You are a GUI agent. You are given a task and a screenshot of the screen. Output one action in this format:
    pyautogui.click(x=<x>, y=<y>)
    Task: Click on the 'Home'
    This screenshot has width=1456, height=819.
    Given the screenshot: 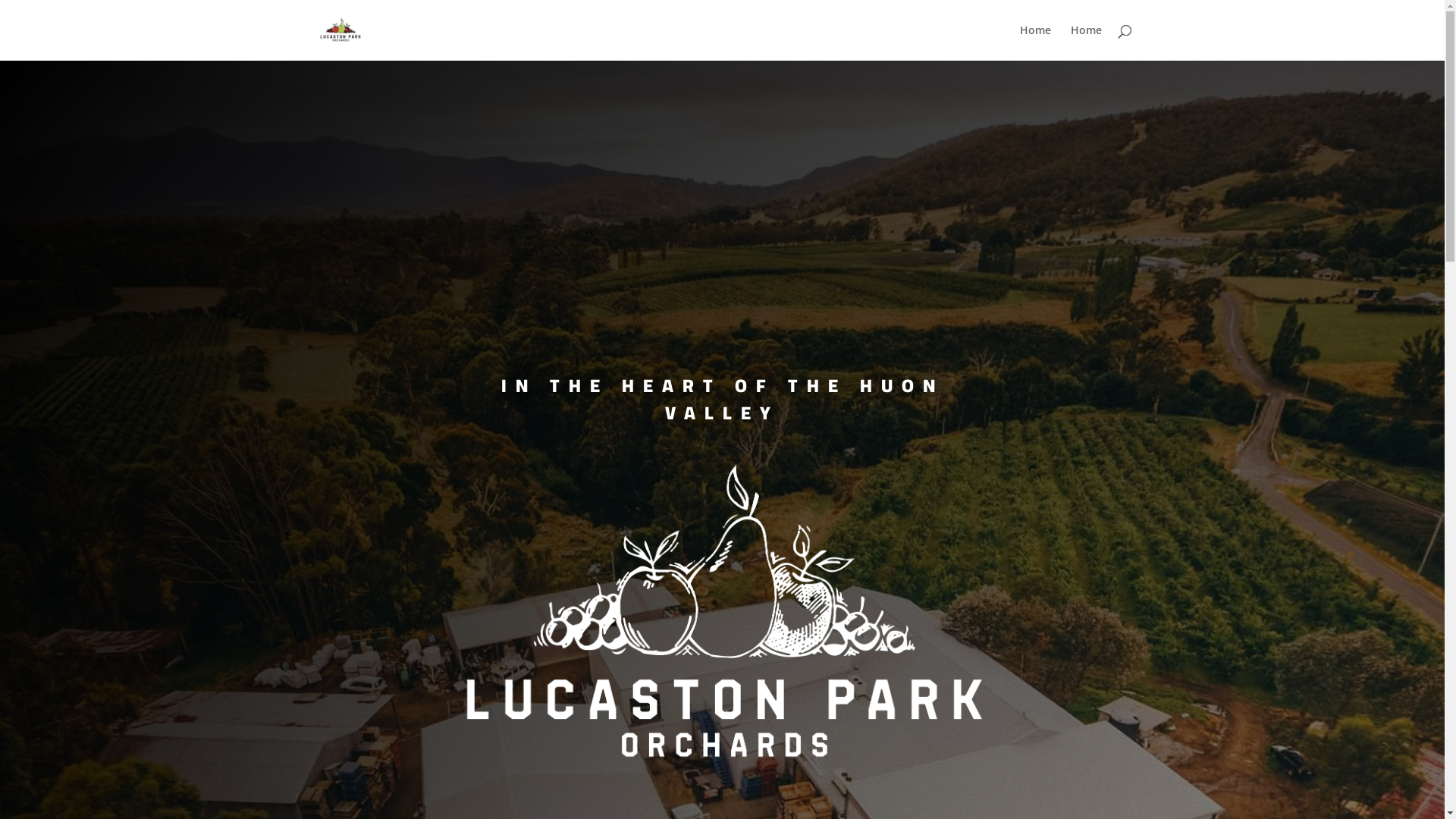 What is the action you would take?
    pyautogui.click(x=1085, y=42)
    